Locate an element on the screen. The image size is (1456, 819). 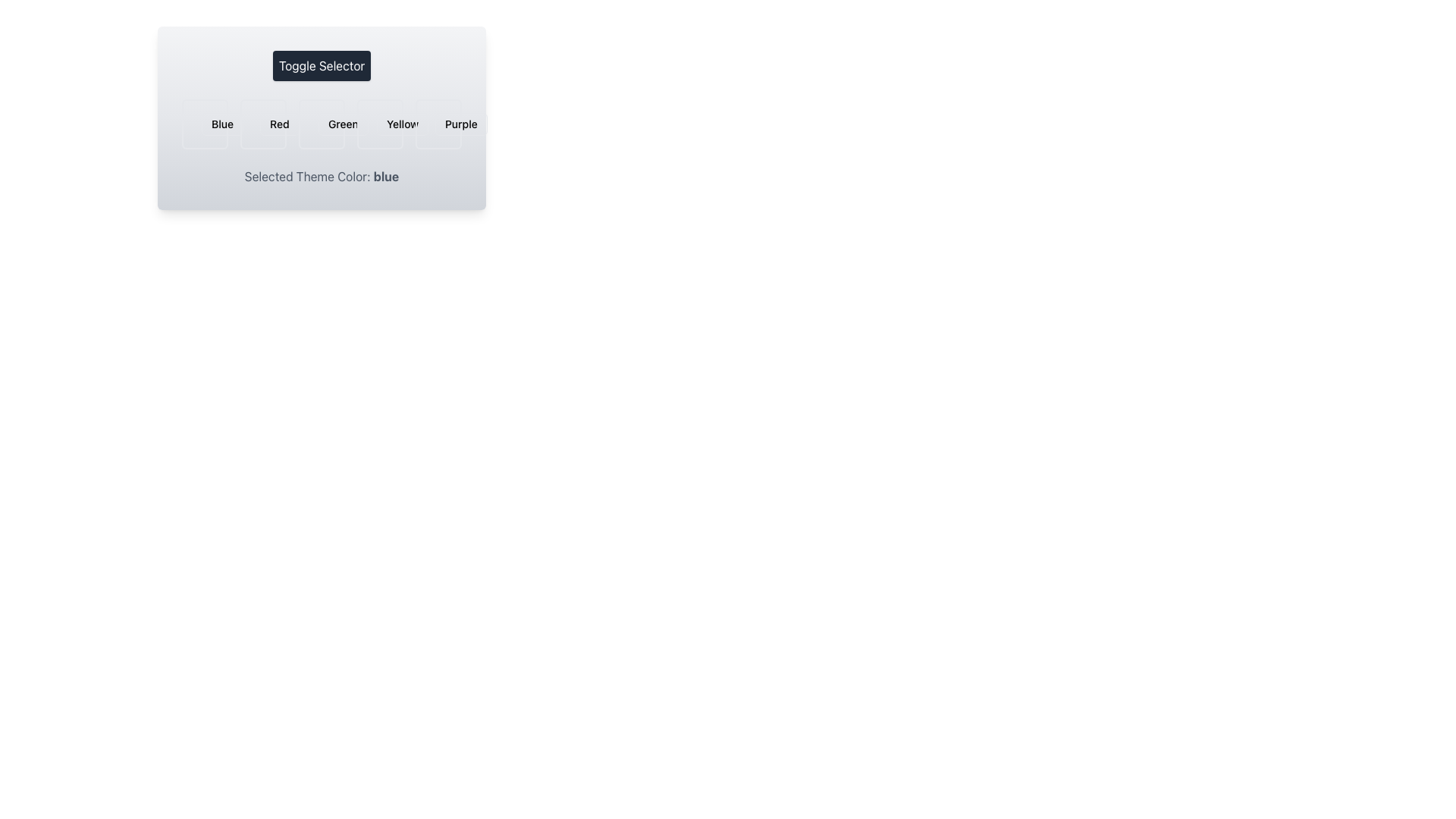
the Informative Label that displays the currently selected theme color, positioned below the interactive color toggles and centered horizontally is located at coordinates (321, 175).